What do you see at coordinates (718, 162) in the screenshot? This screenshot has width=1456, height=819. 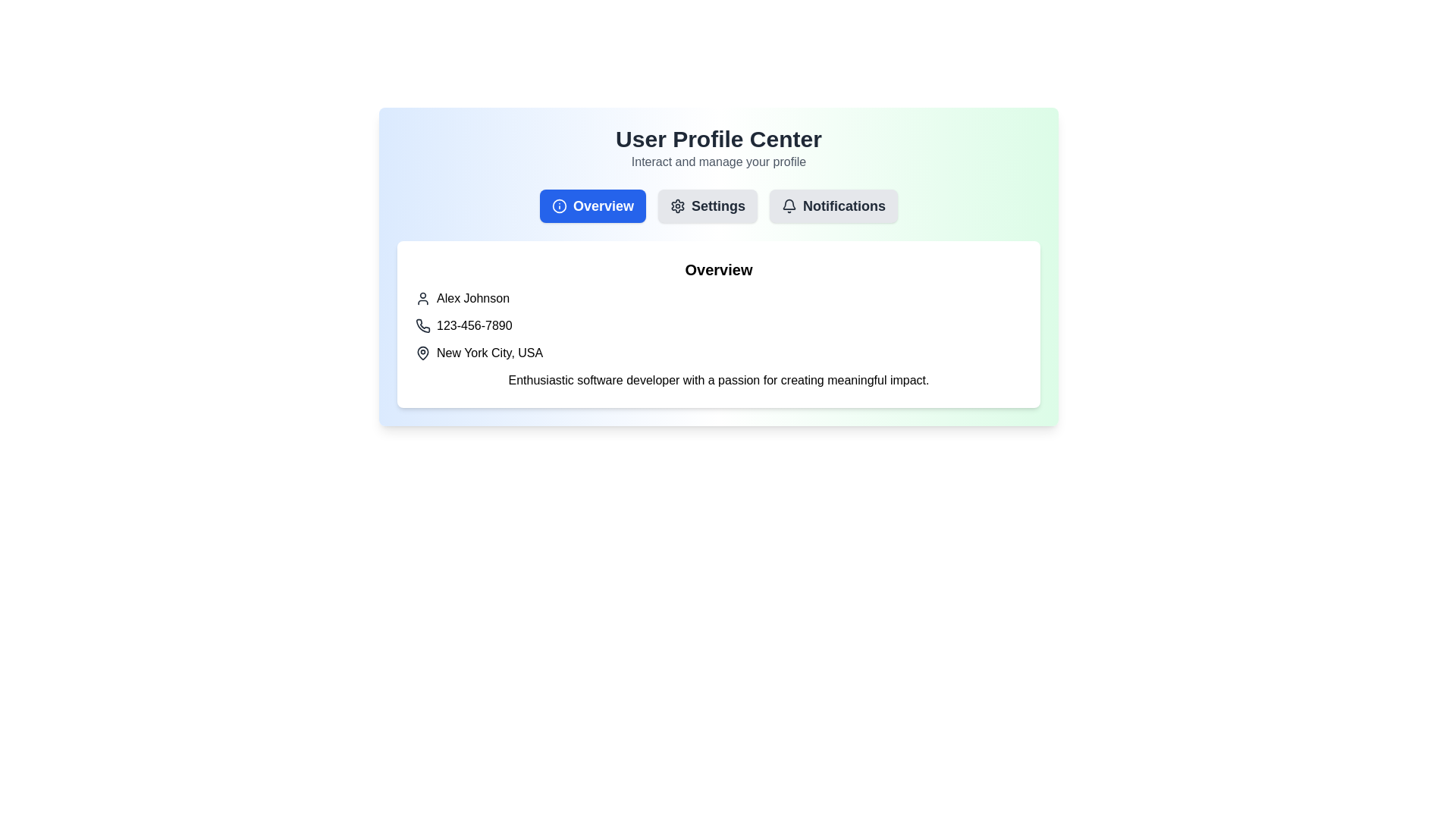 I see `descriptive text located directly under the 'User Profile Center' title, which provides context for the user` at bounding box center [718, 162].